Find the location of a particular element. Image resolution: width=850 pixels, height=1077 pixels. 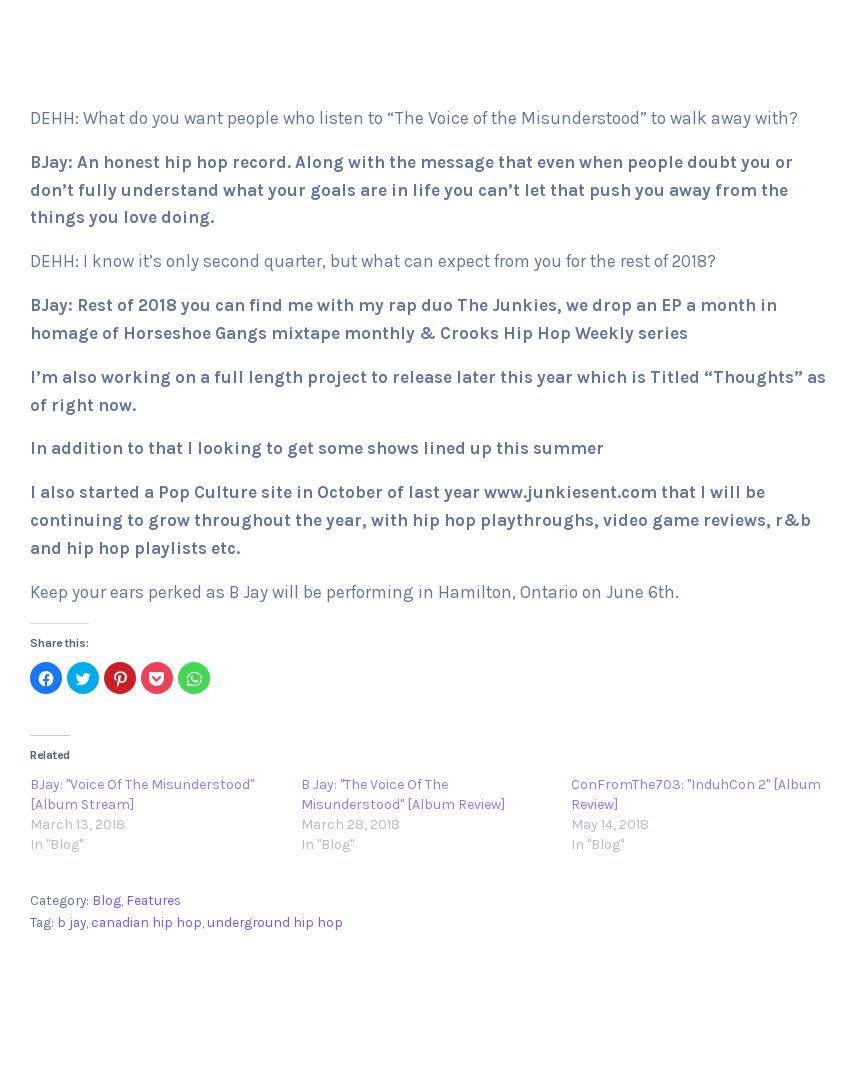

'Related' is located at coordinates (49, 753).